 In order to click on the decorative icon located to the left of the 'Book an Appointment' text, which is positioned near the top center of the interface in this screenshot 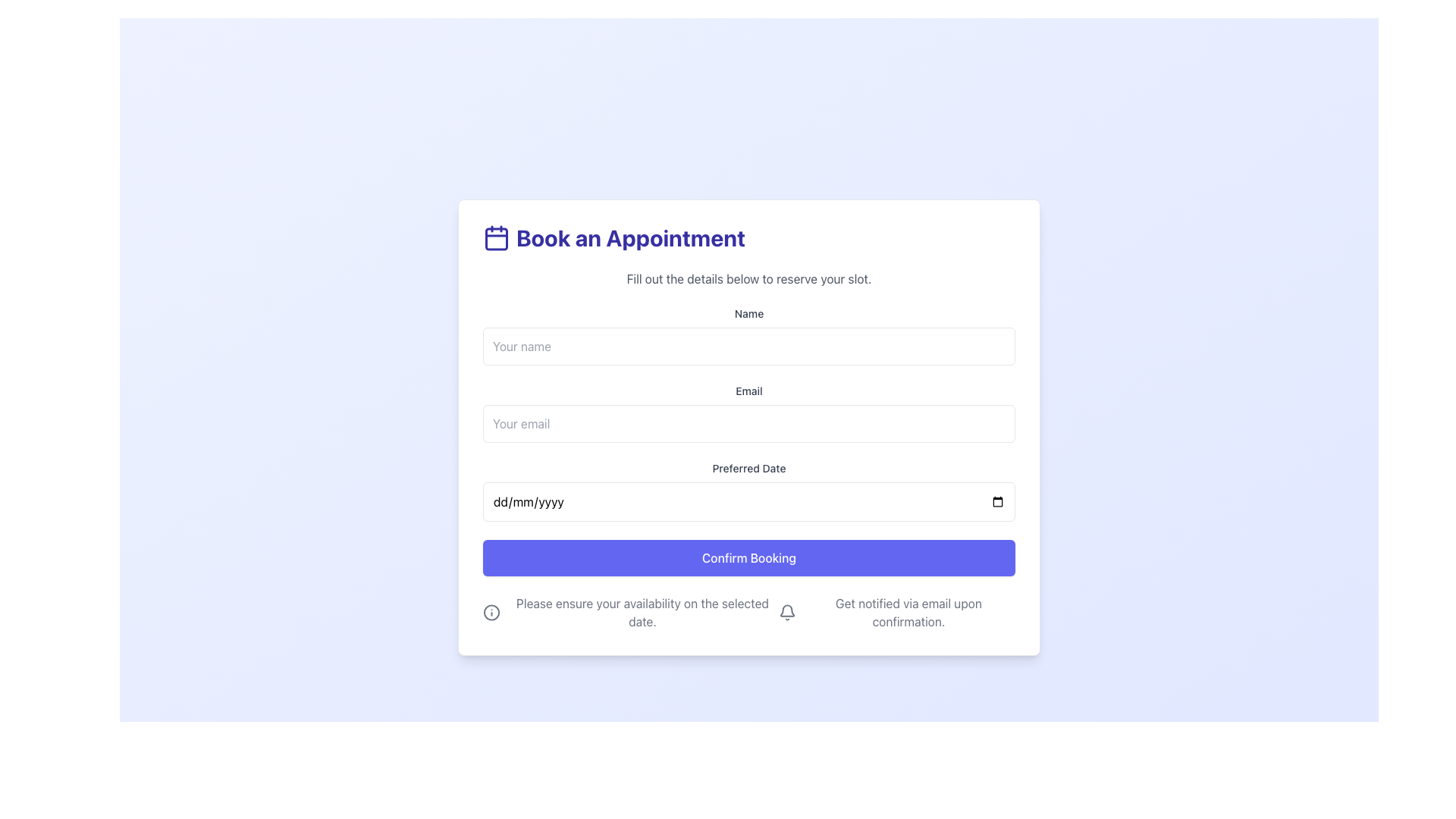, I will do `click(496, 237)`.